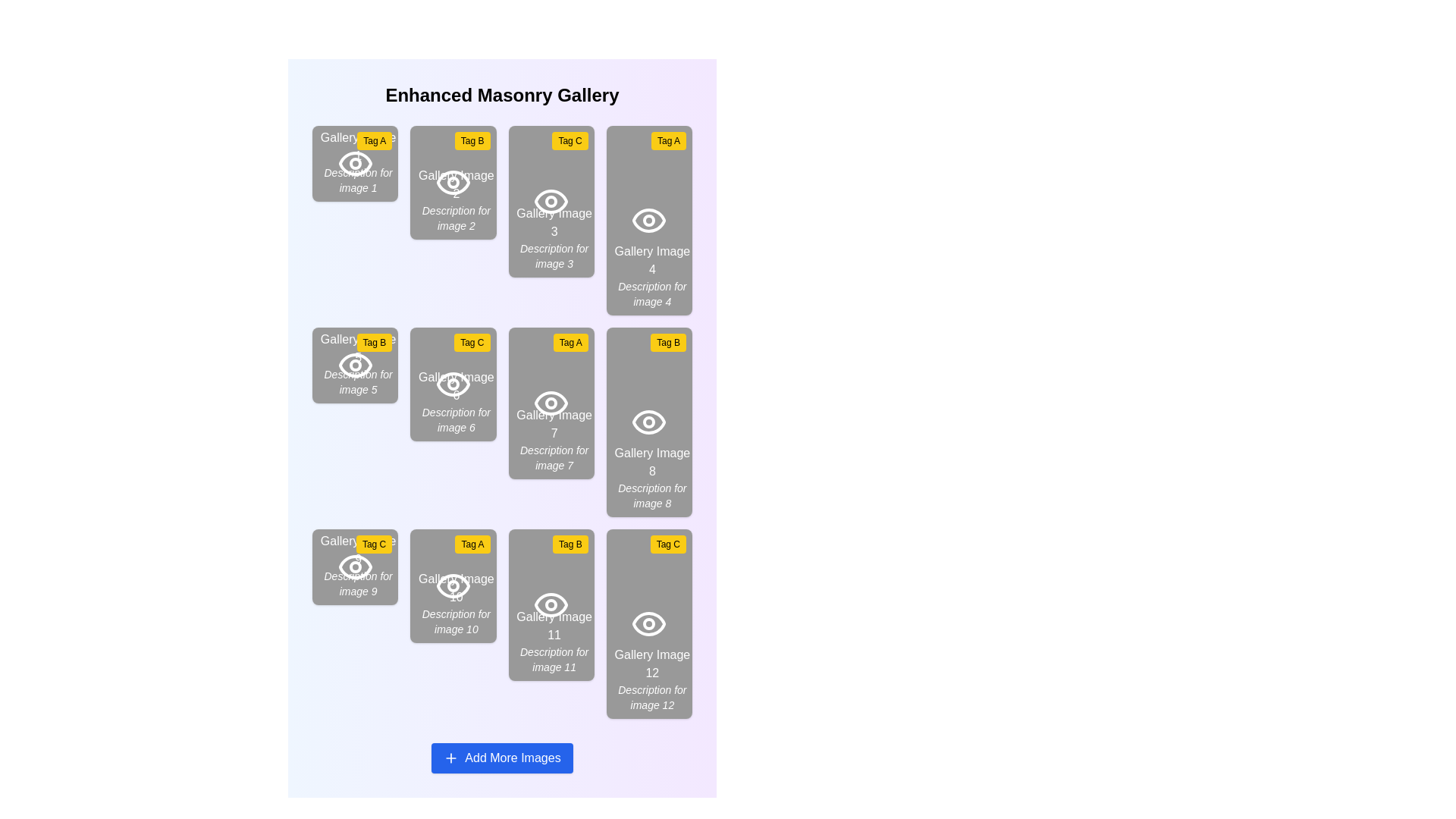 The height and width of the screenshot is (819, 1456). What do you see at coordinates (357, 381) in the screenshot?
I see `the text element displaying 'Description for image 5' which is styled in a smaller italicized font and positioned within the description section of the gallery card for 'Gallery Image 5'` at bounding box center [357, 381].